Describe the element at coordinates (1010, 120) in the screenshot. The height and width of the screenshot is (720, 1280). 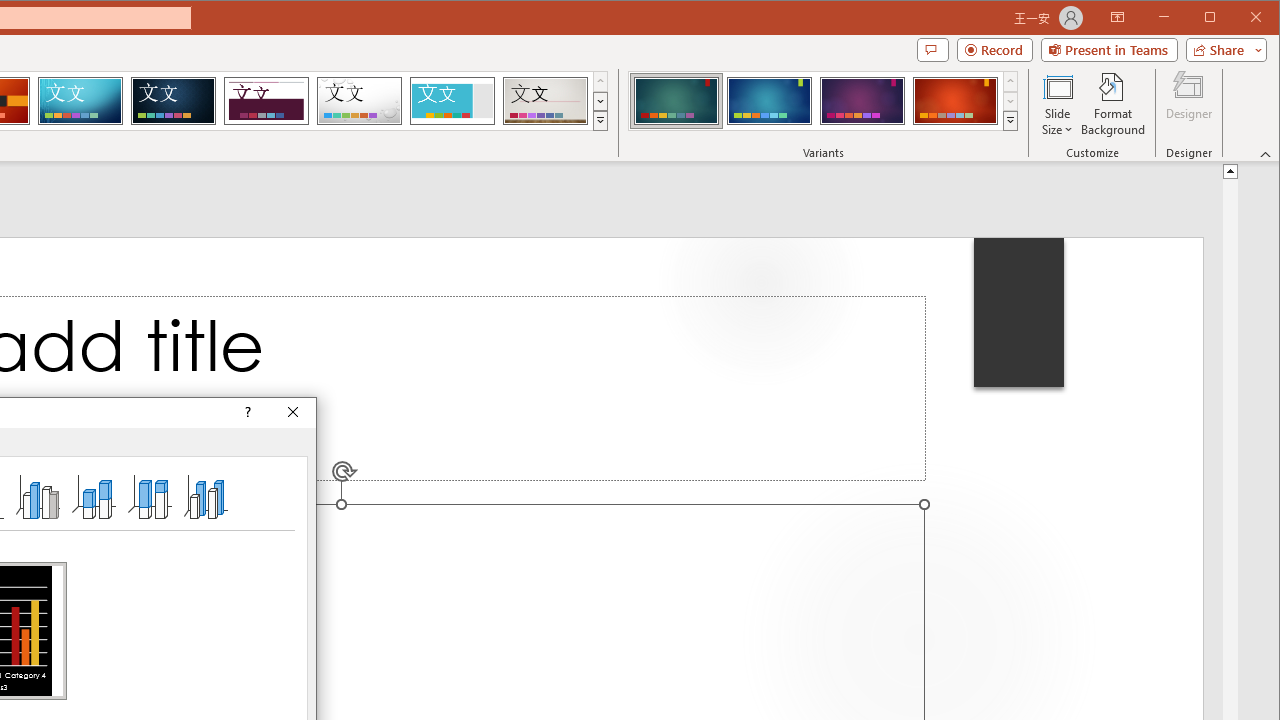
I see `'Variants'` at that location.